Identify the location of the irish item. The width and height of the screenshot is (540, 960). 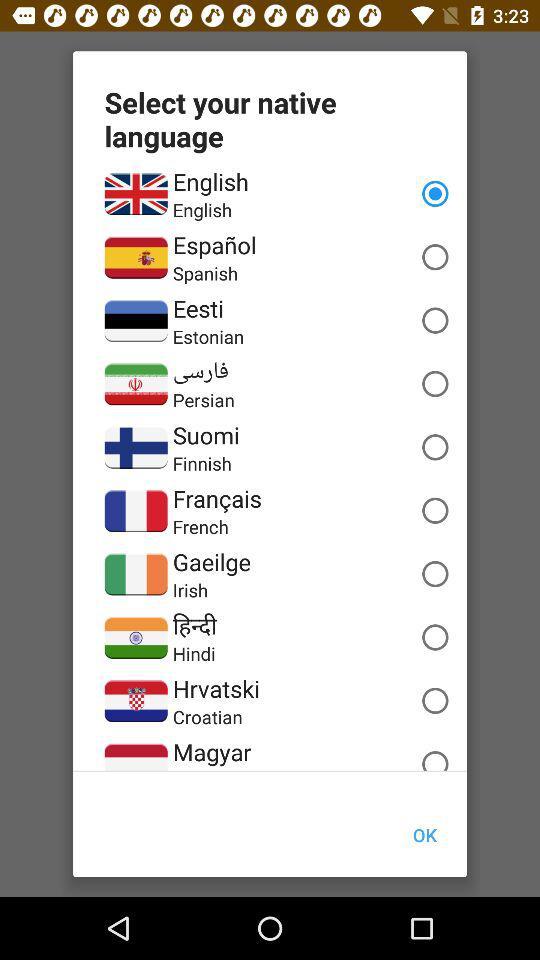
(190, 590).